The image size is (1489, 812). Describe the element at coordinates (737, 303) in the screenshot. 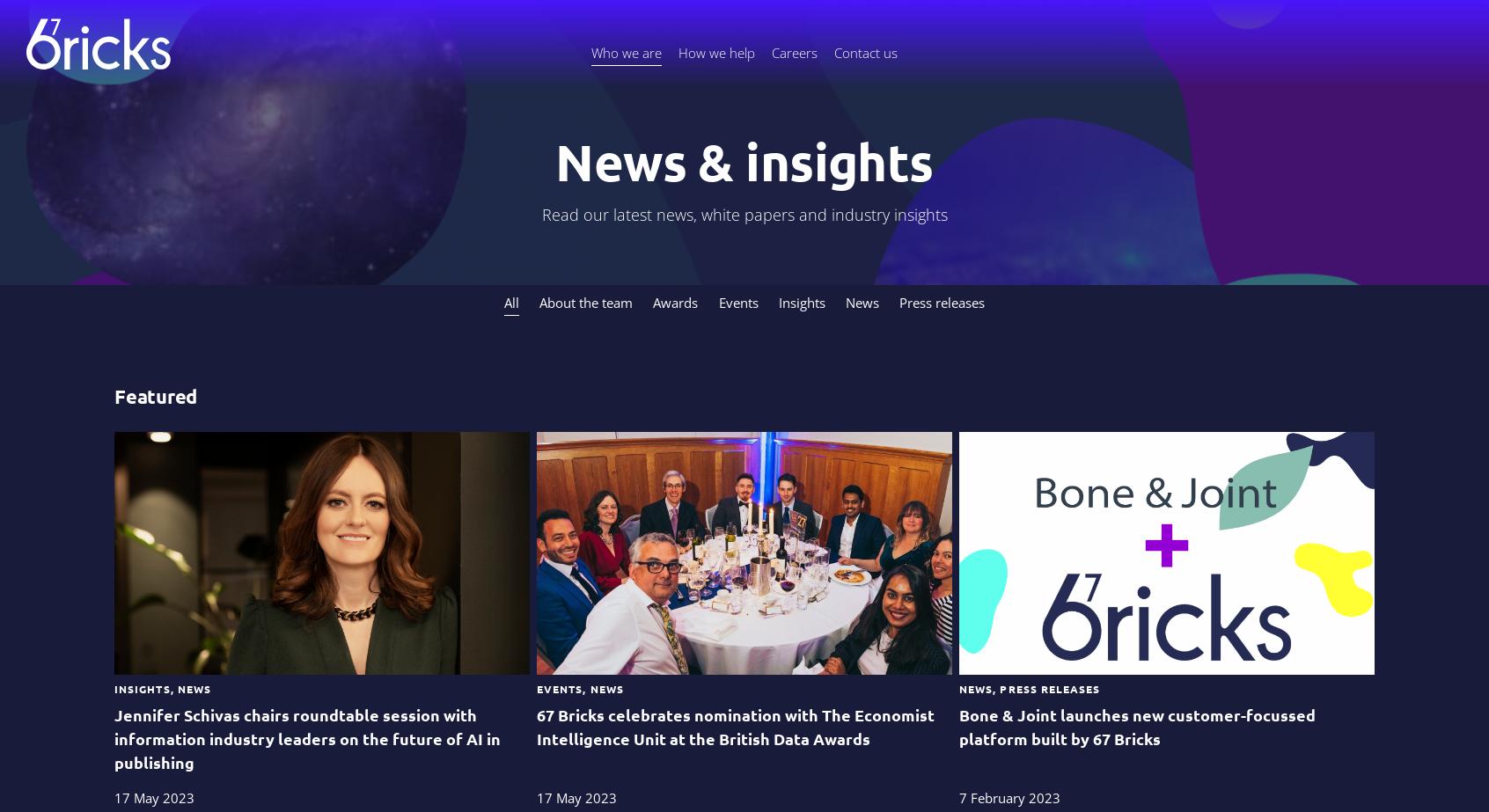

I see `'Events'` at that location.